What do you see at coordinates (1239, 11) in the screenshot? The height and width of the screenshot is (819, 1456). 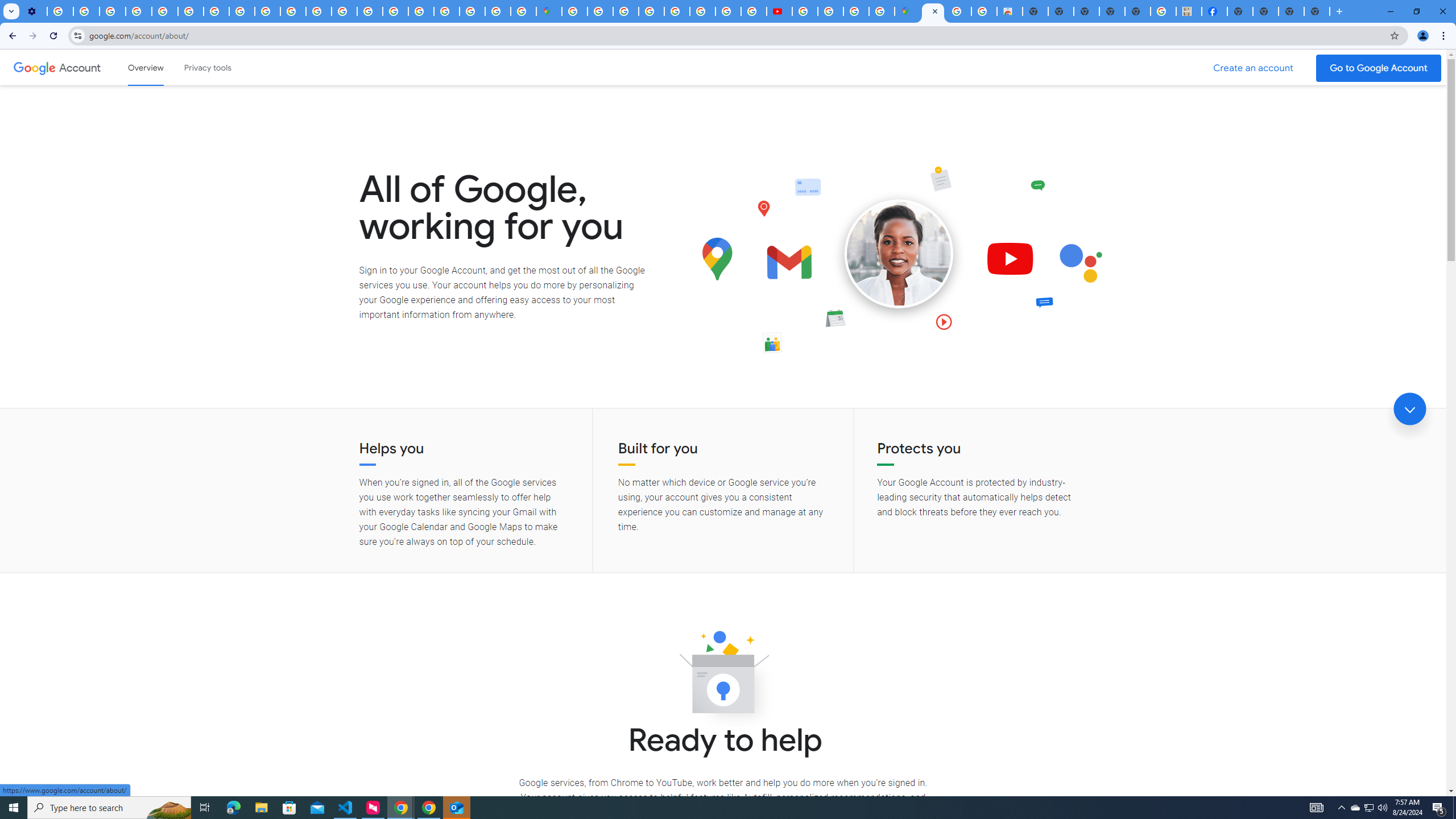 I see `'New Tab'` at bounding box center [1239, 11].